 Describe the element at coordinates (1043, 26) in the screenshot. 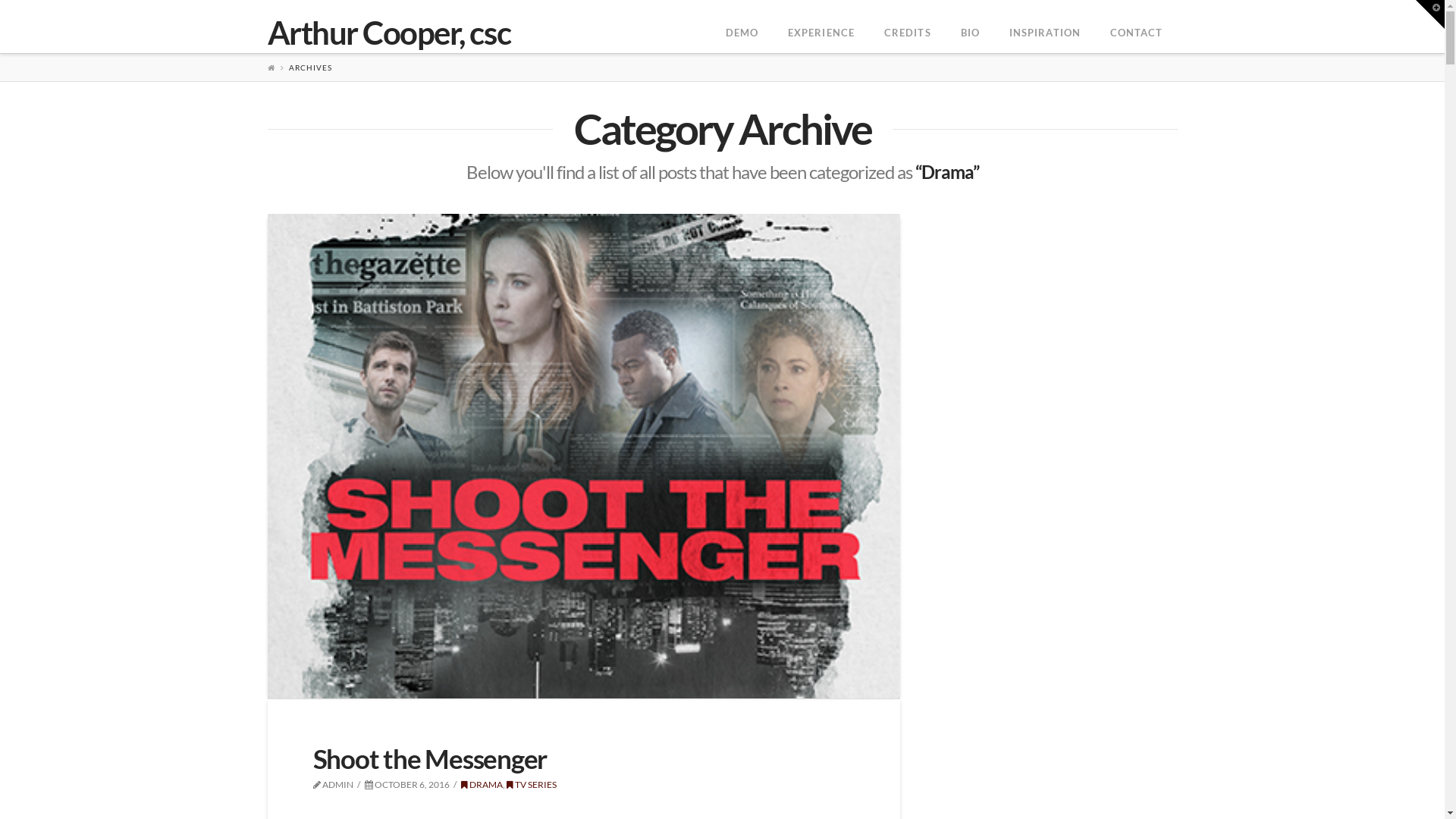

I see `'INSPIRATION'` at that location.